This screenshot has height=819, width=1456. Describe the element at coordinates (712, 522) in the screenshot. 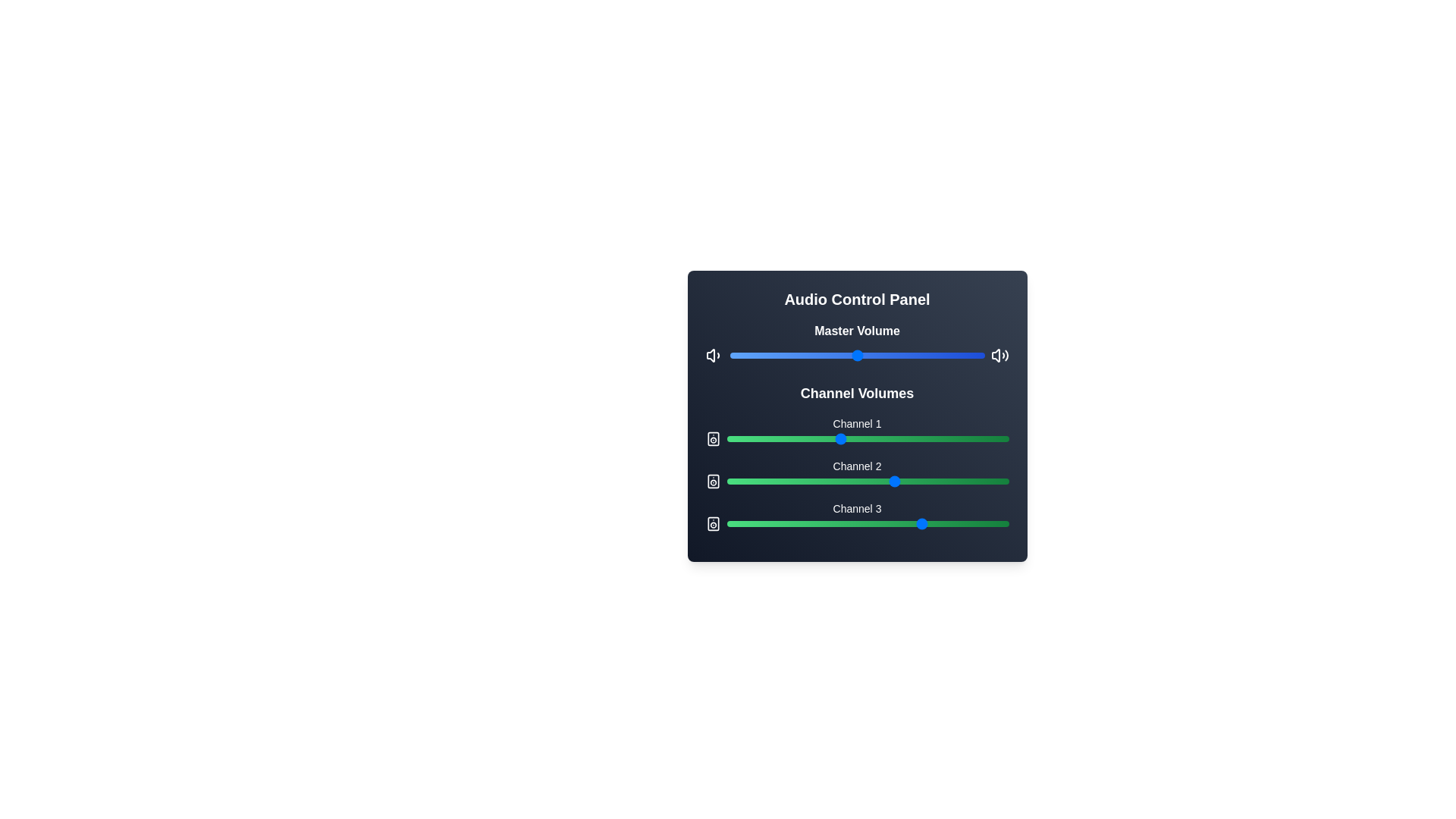

I see `the icon representing the associated channel located on the left side of the third row in the 'Channel Volumes' section` at that location.